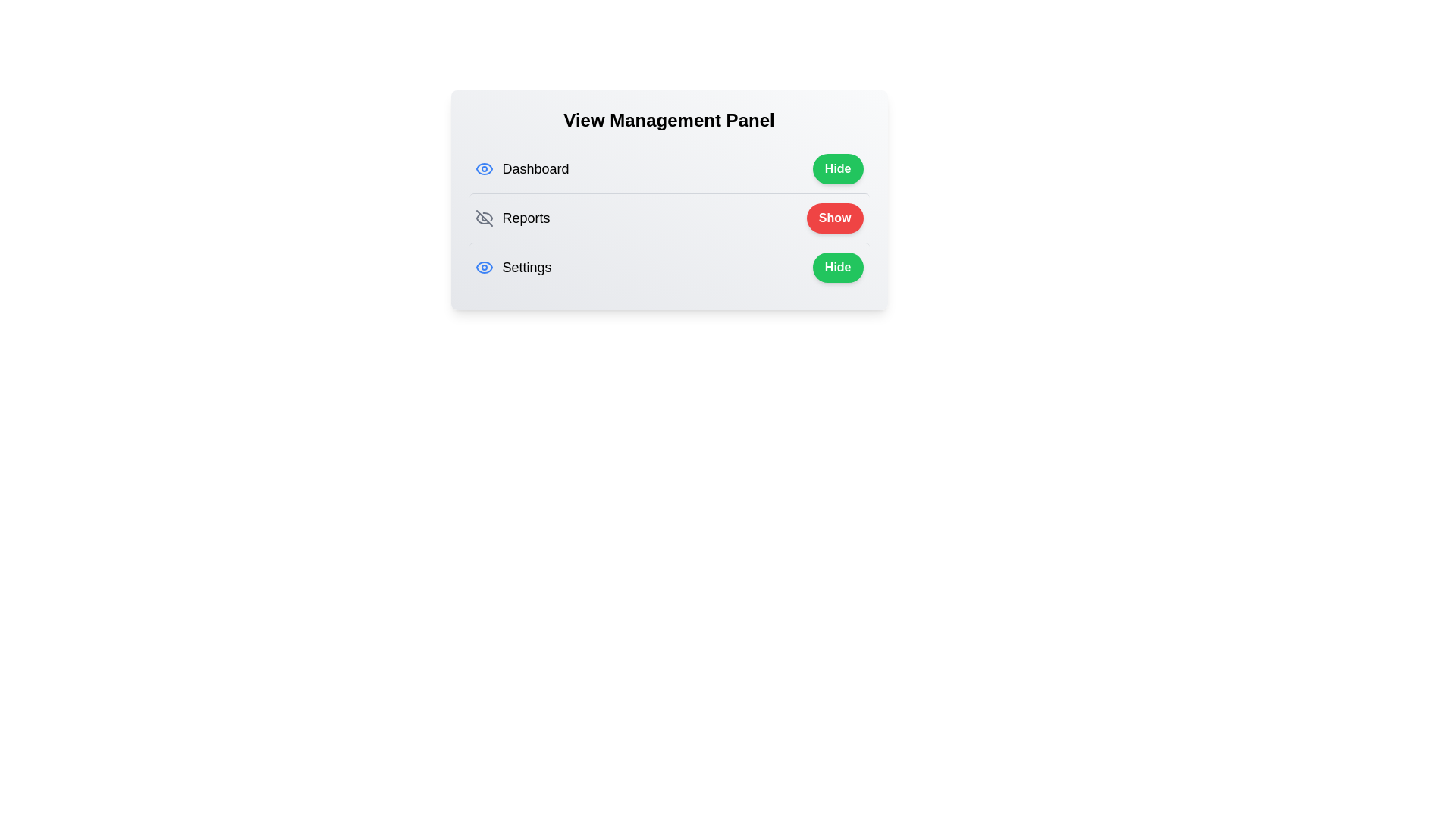 The width and height of the screenshot is (1456, 819). Describe the element at coordinates (834, 218) in the screenshot. I see `the toggle button for Reports to change its visibility` at that location.